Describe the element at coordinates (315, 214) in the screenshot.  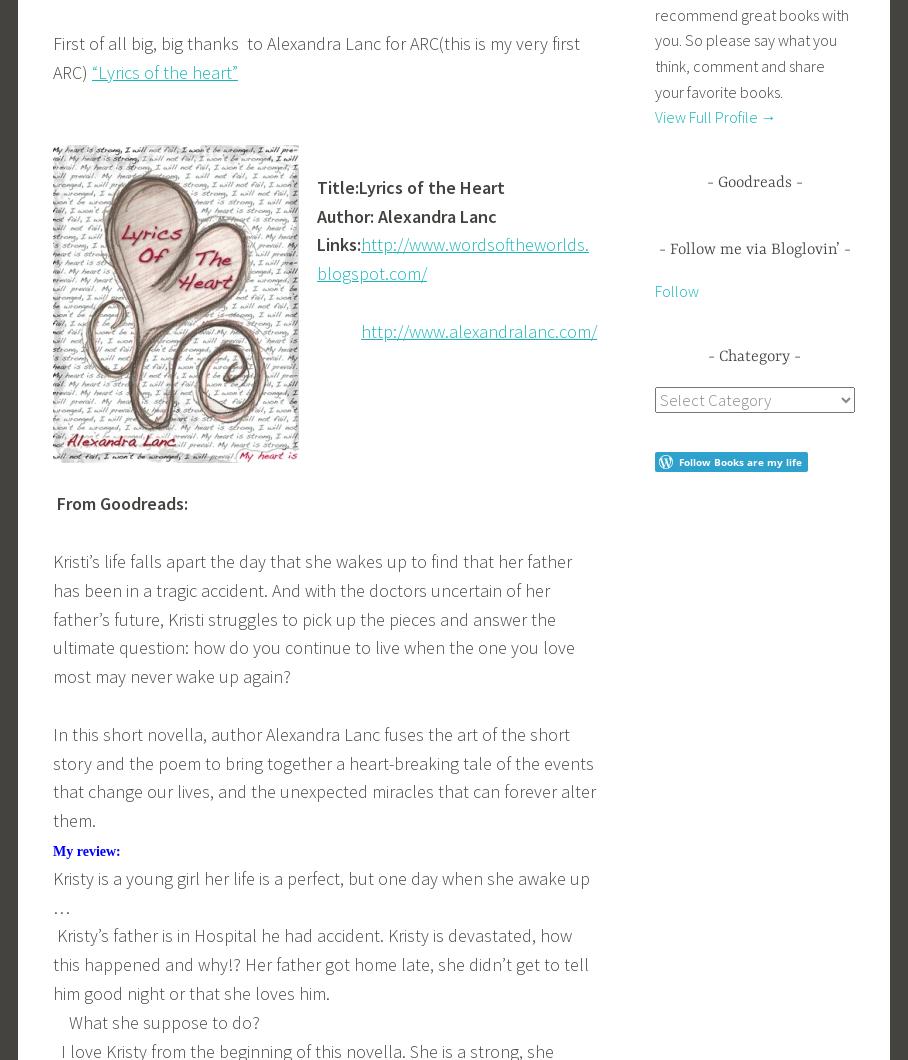
I see `'Author: Alexandra Lanc'` at that location.